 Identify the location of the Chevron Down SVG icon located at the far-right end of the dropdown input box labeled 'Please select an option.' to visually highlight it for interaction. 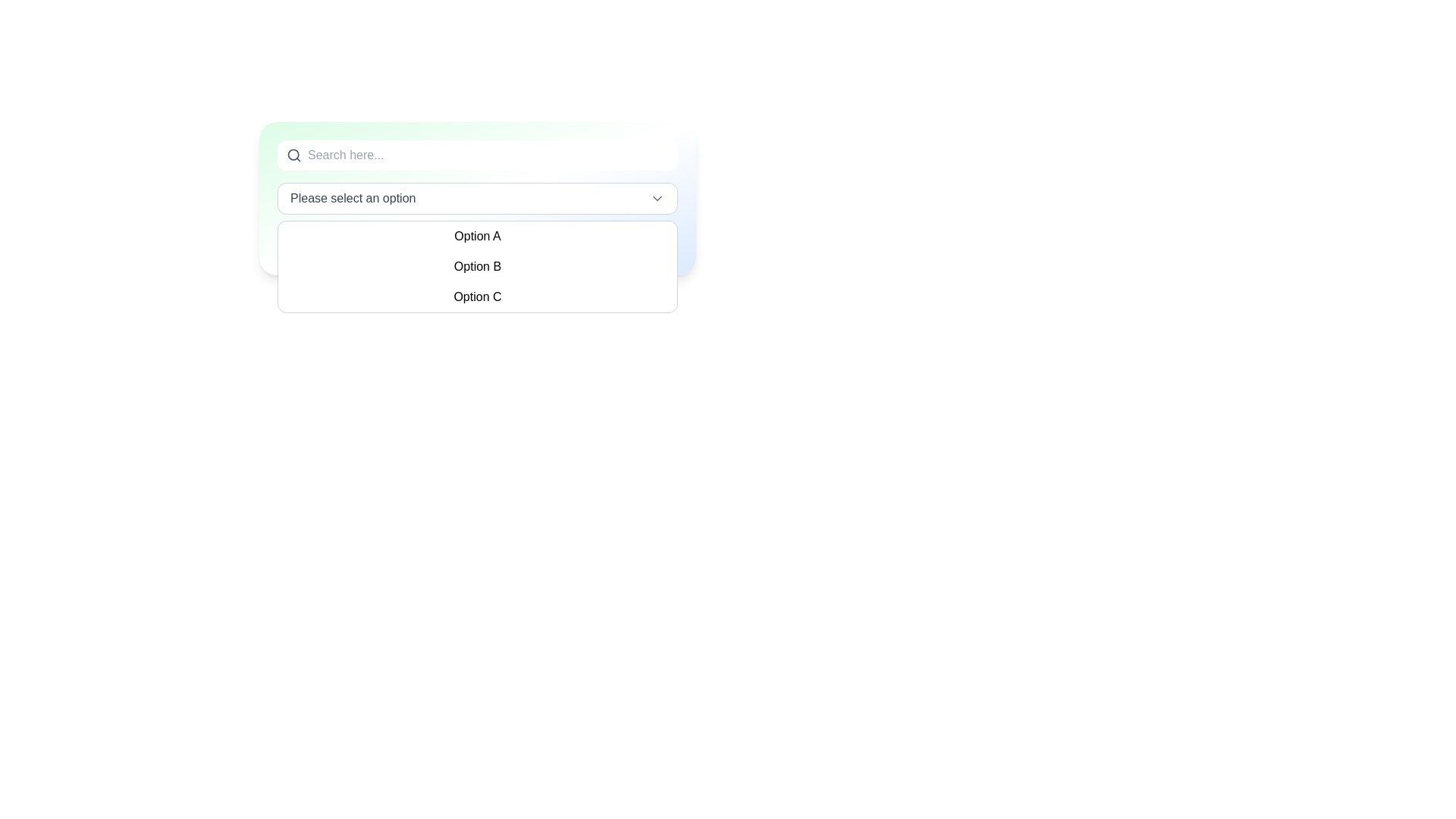
(657, 198).